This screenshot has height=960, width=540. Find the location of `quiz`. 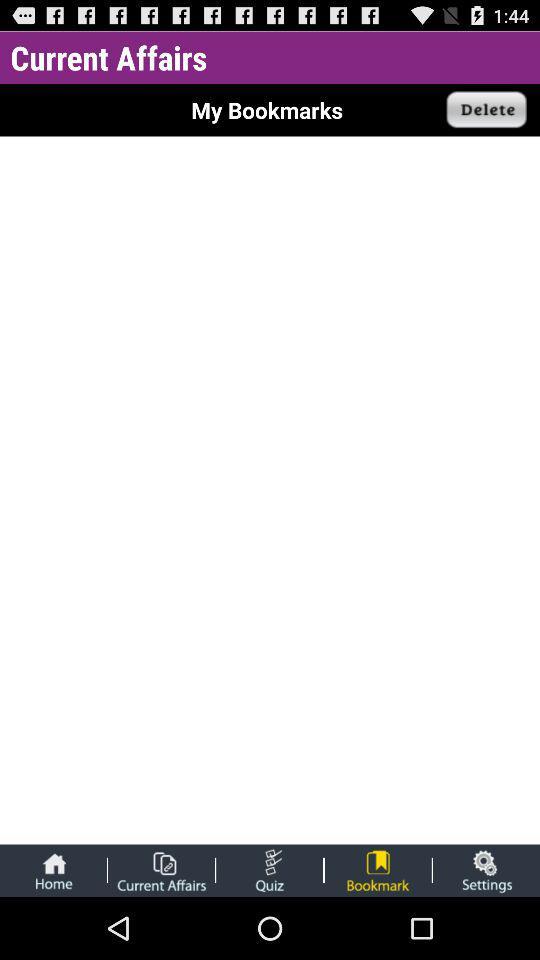

quiz is located at coordinates (269, 869).